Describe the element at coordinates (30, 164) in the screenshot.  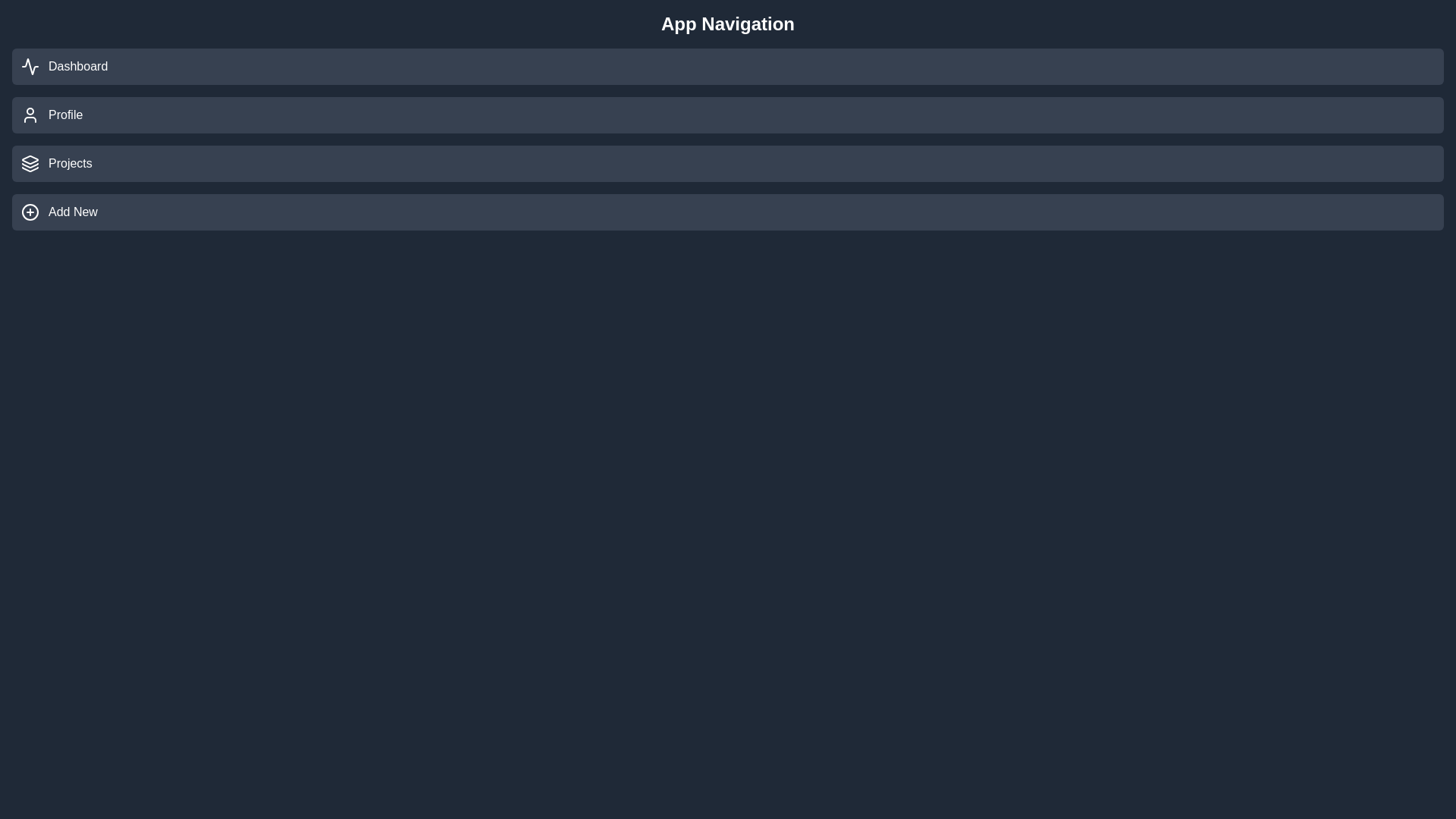
I see `the 'Projects' icon located to the left of the text label 'Projects' in the navigation menu` at that location.